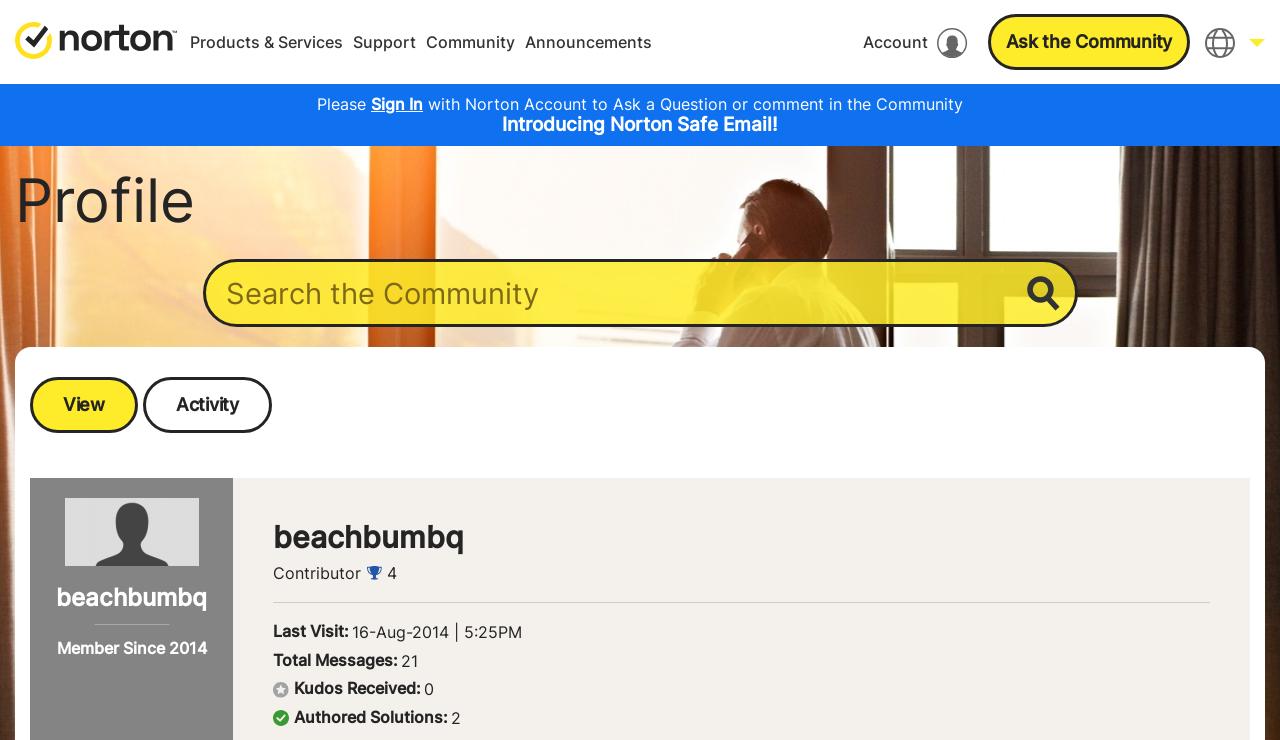 The height and width of the screenshot is (740, 1280). I want to click on 'Last Visit:', so click(272, 629).